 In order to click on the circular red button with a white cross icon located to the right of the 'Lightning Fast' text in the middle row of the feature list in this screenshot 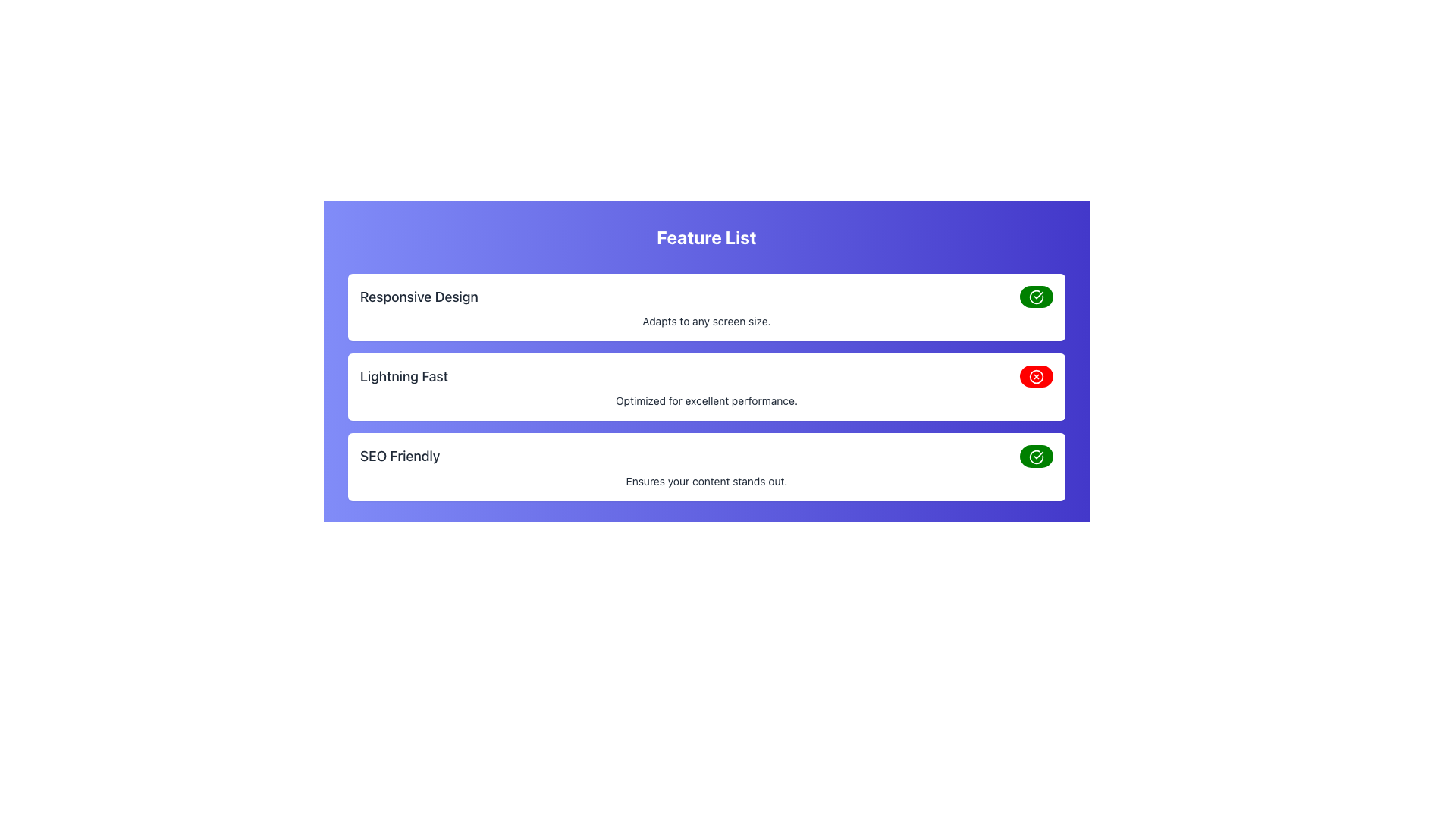, I will do `click(1036, 375)`.